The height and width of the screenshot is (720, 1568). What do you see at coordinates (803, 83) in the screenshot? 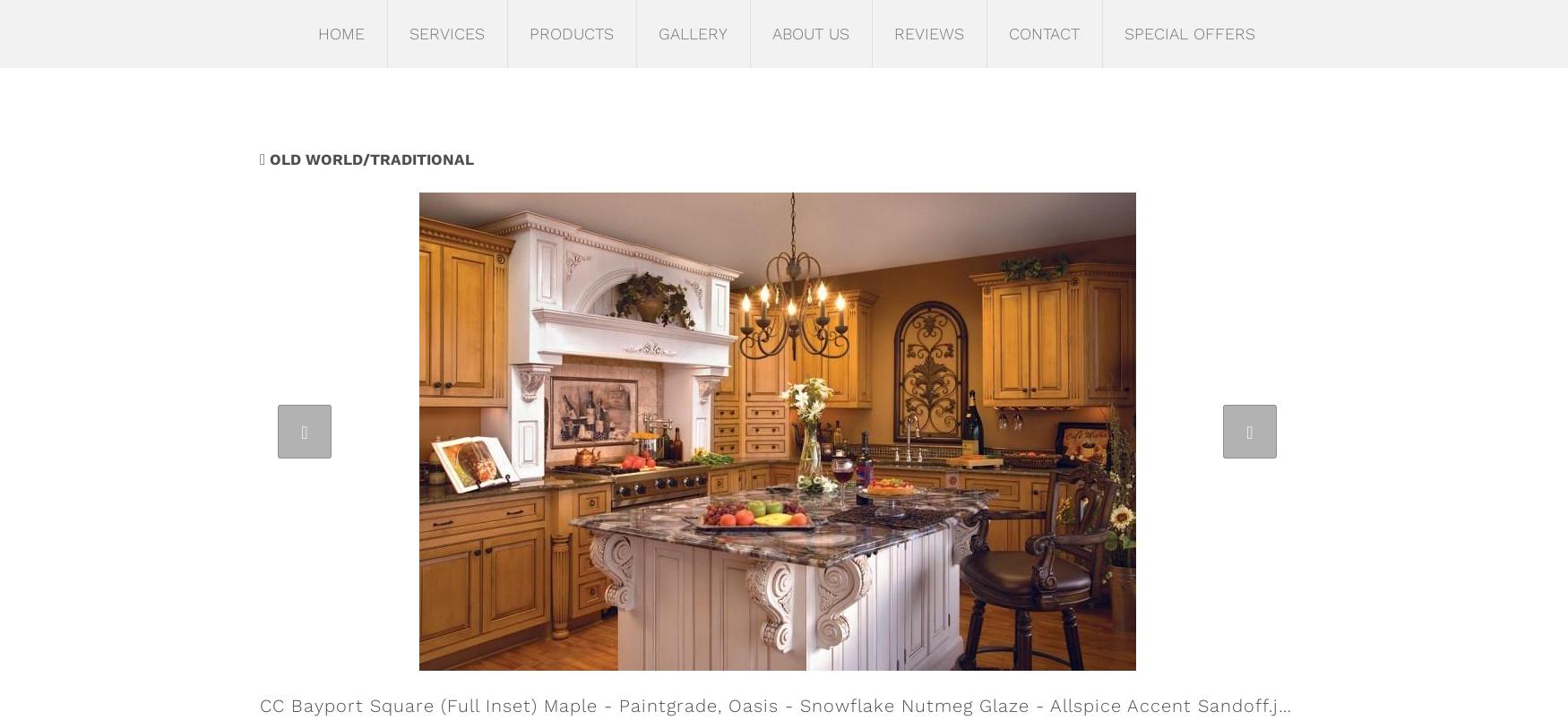
I see `'Our Story'` at bounding box center [803, 83].